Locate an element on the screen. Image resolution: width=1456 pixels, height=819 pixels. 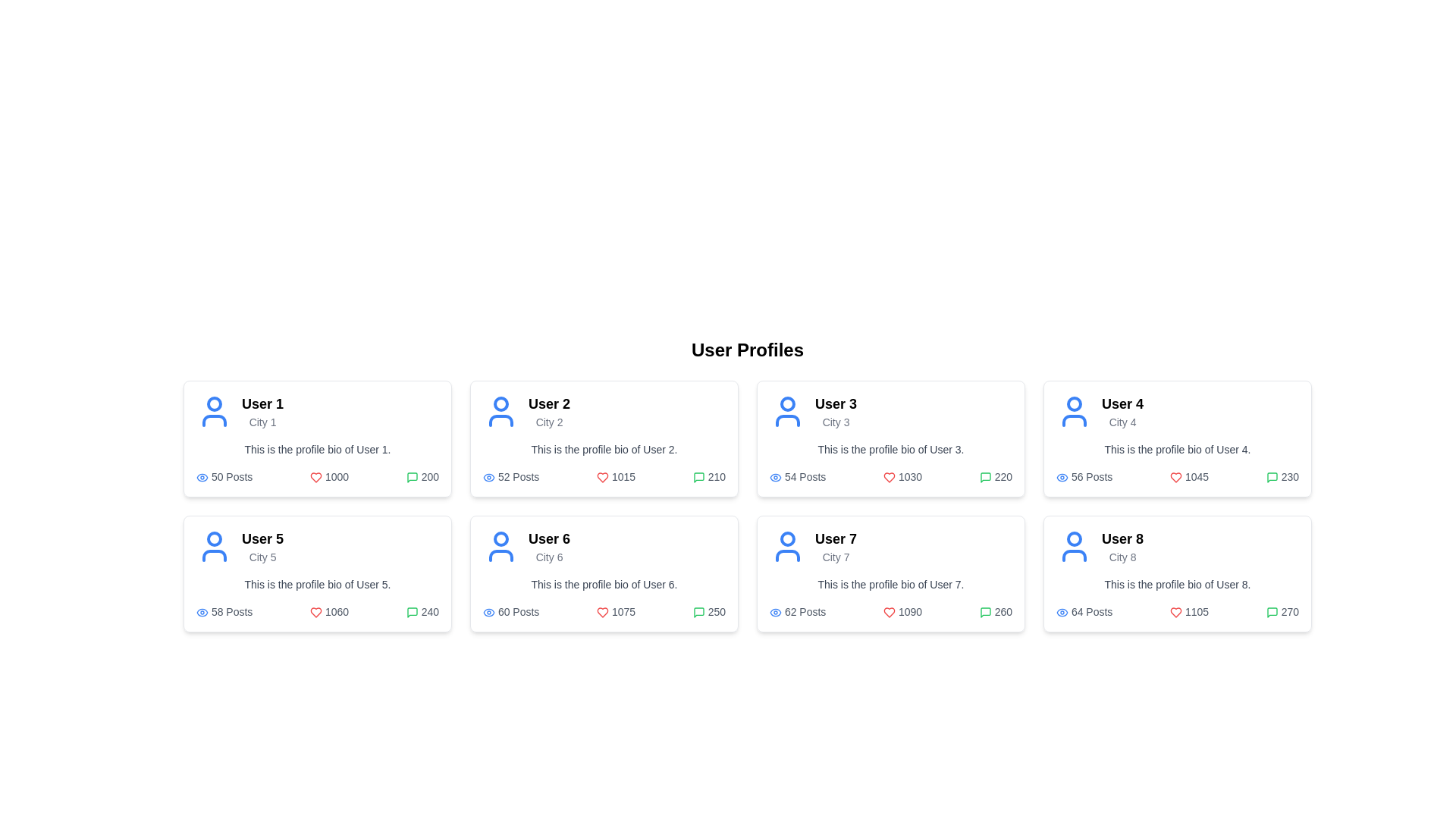
the lower part of the SVG vector-based user icon for 'User 2' is located at coordinates (501, 421).